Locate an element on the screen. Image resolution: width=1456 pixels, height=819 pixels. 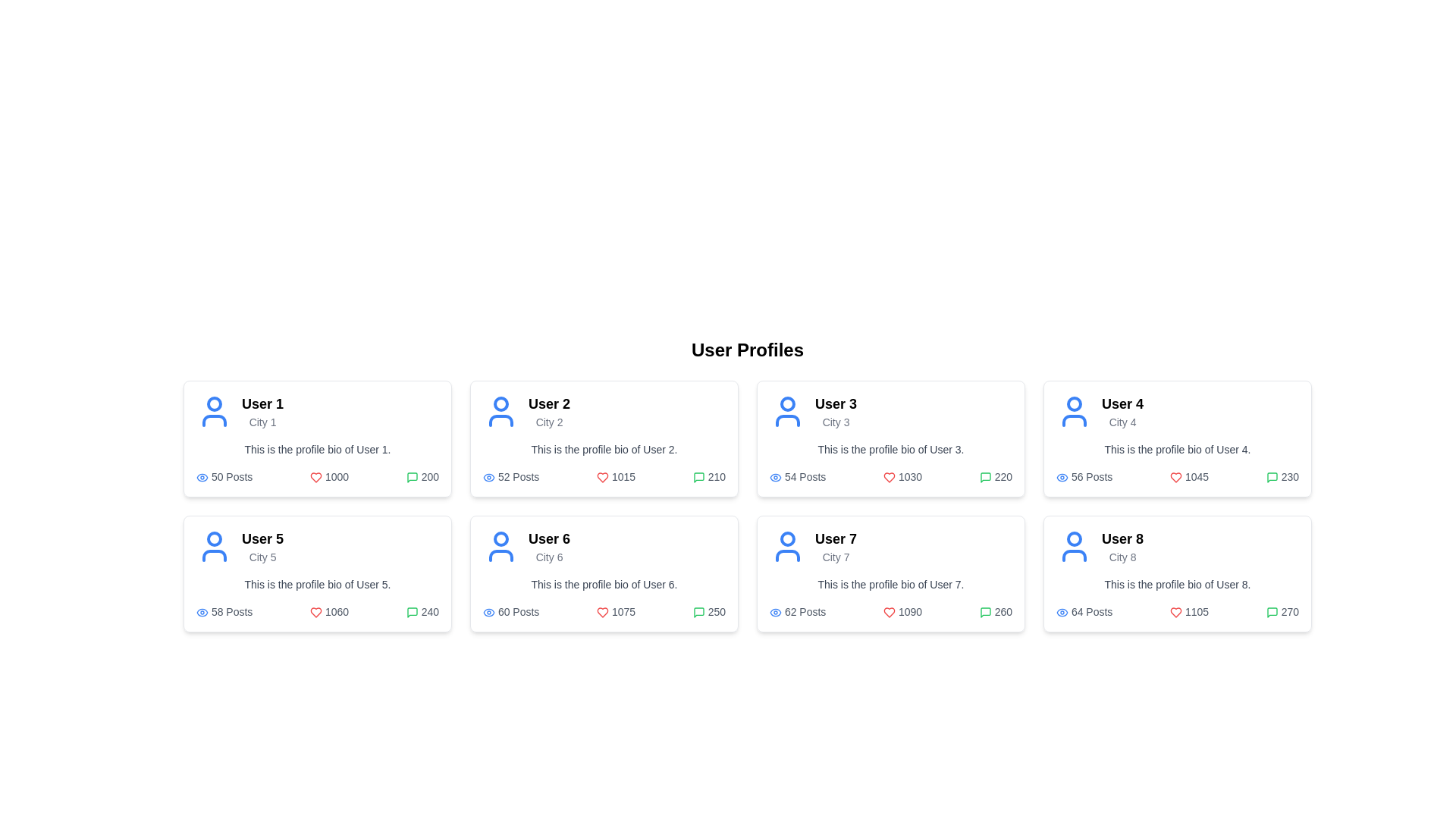
the lower part of the SVG vector-based user icon for 'User 2' is located at coordinates (501, 421).